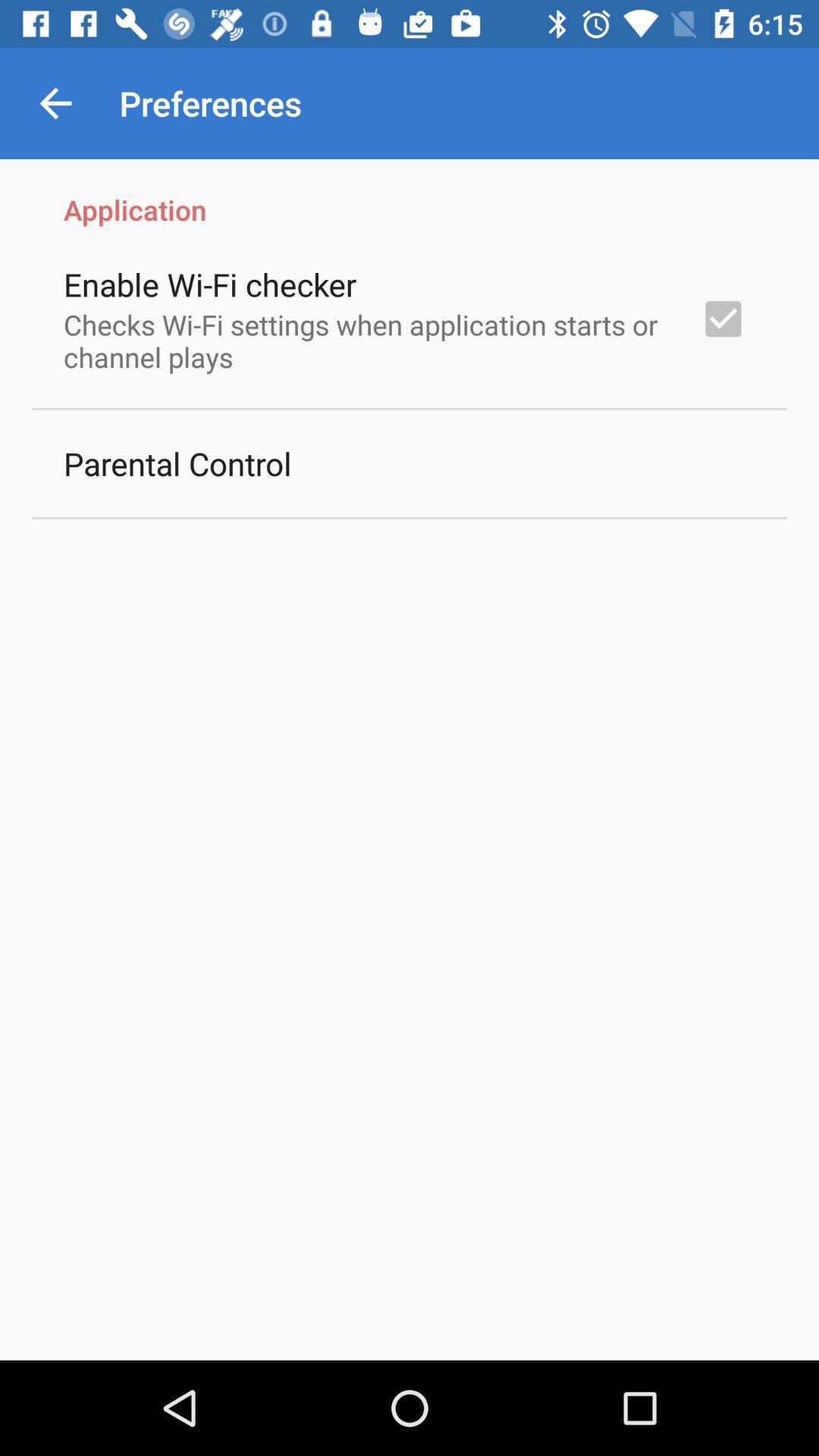 The image size is (819, 1456). Describe the element at coordinates (55, 102) in the screenshot. I see `the app next to the preferences item` at that location.